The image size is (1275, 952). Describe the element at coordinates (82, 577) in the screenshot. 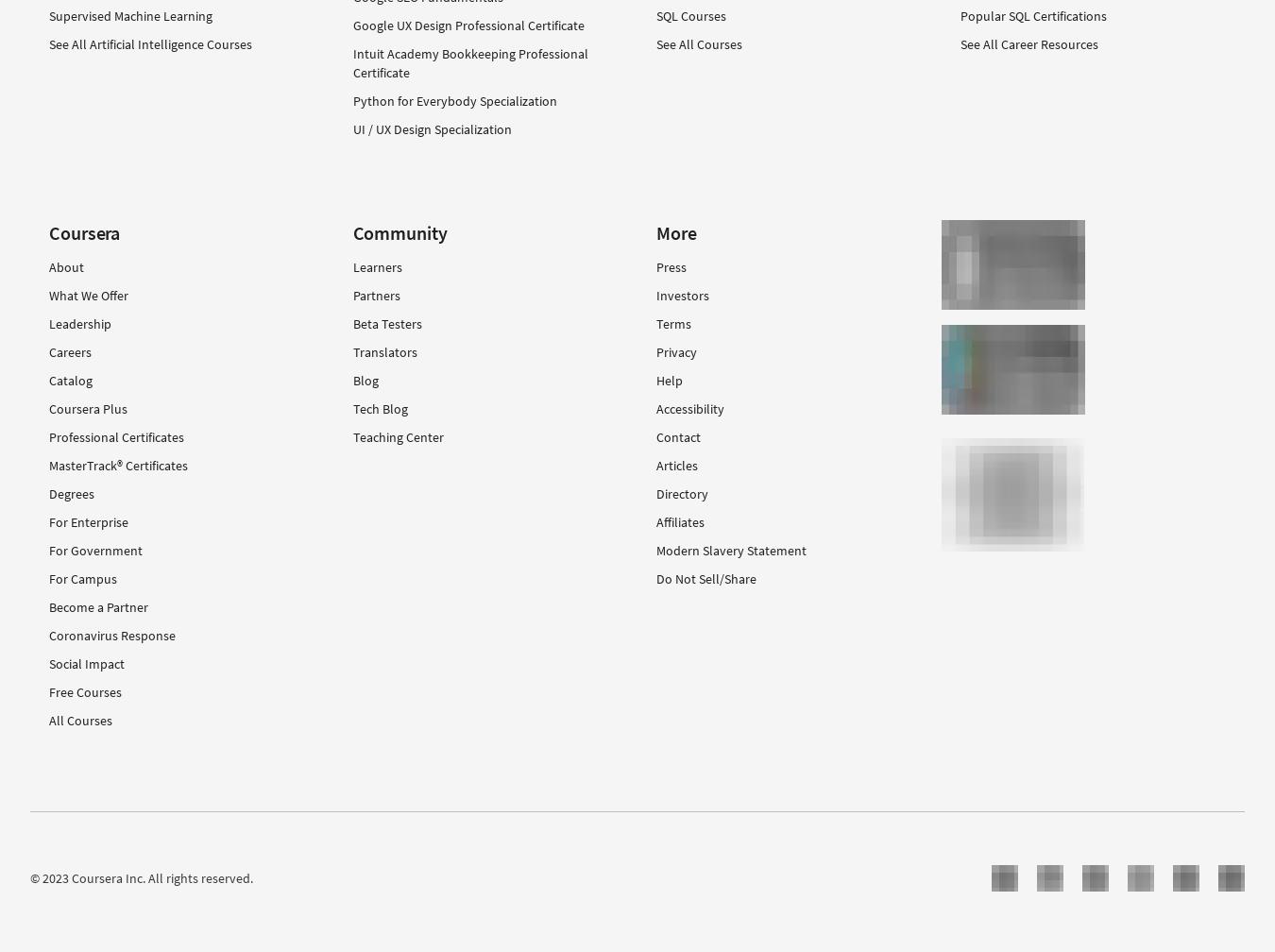

I see `'For Campus'` at that location.